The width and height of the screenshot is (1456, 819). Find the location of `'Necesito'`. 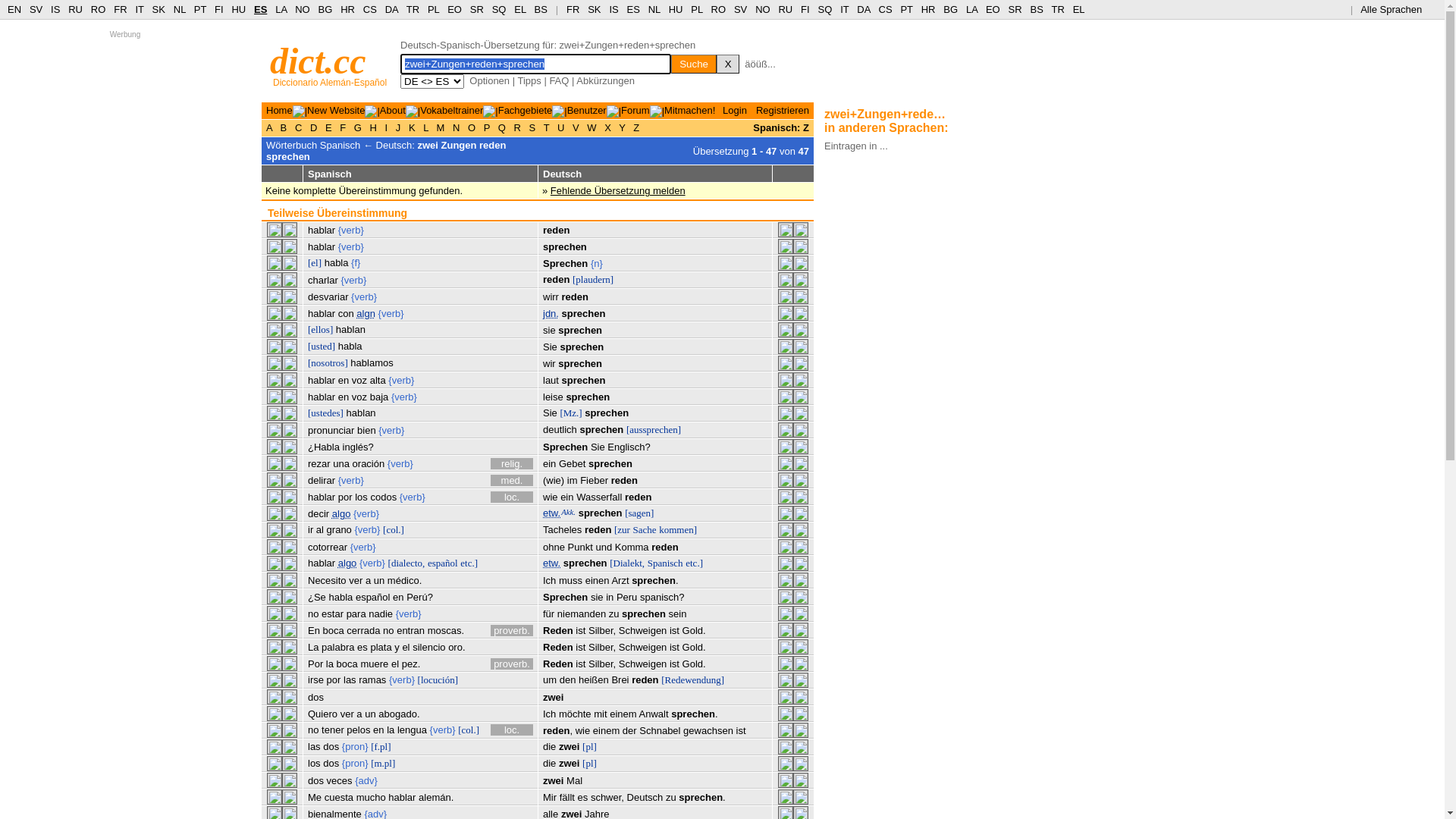

'Necesito' is located at coordinates (307, 580).